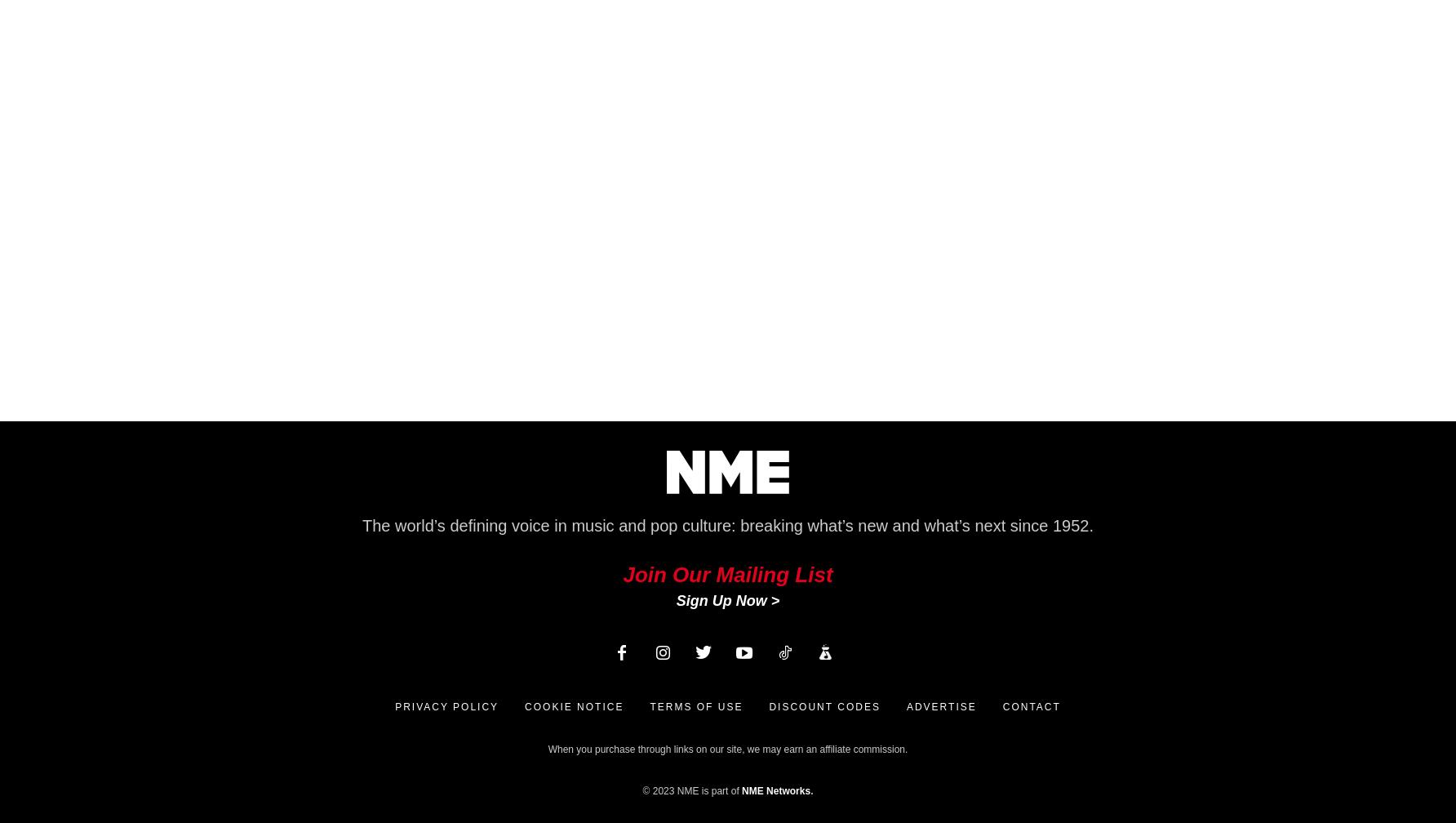 The image size is (1456, 823). What do you see at coordinates (940, 706) in the screenshot?
I see `'Advertise'` at bounding box center [940, 706].